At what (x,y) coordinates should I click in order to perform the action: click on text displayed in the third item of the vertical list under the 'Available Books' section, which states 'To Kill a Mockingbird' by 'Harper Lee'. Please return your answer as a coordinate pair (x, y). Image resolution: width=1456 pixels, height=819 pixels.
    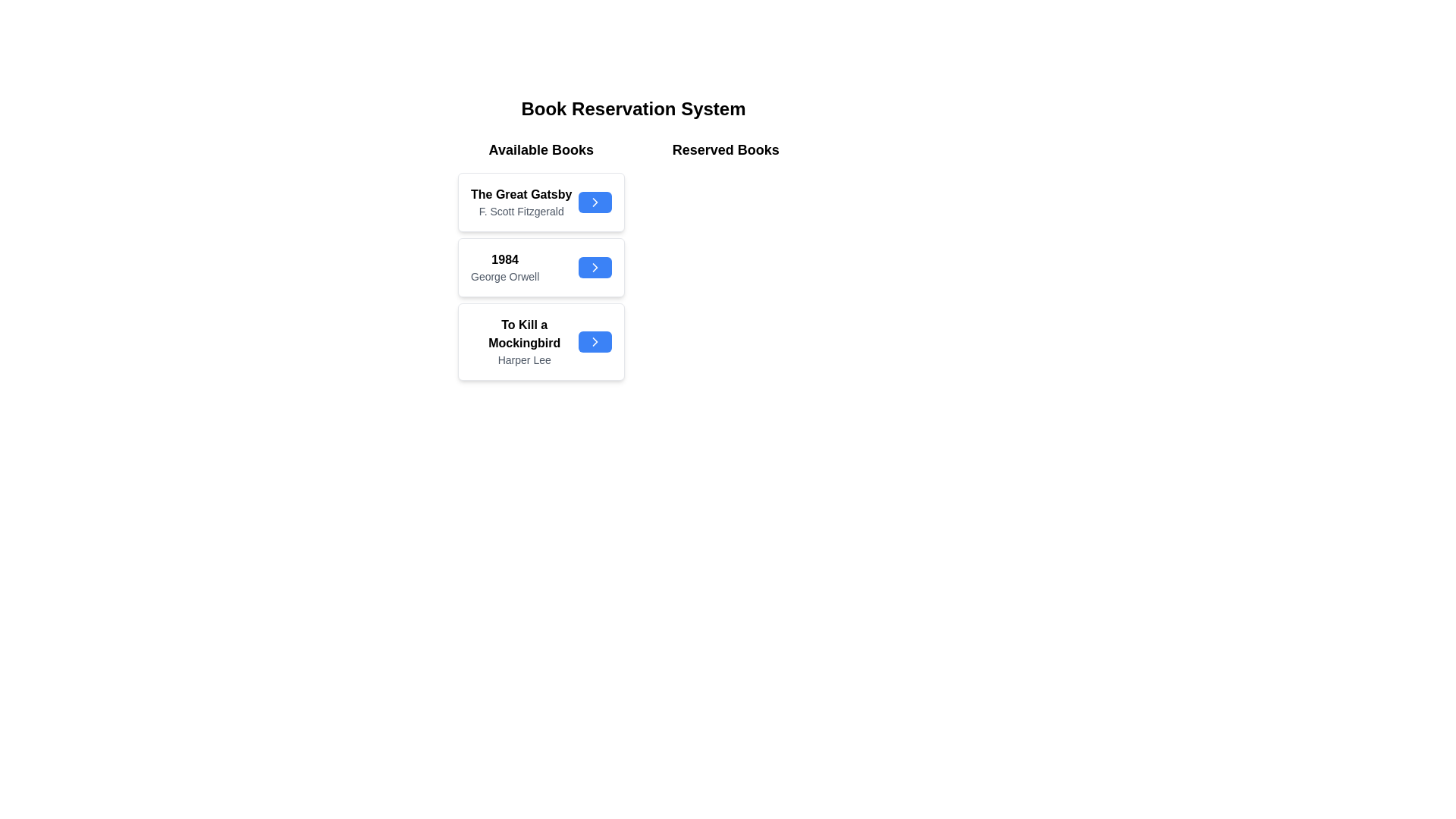
    Looking at the image, I should click on (524, 342).